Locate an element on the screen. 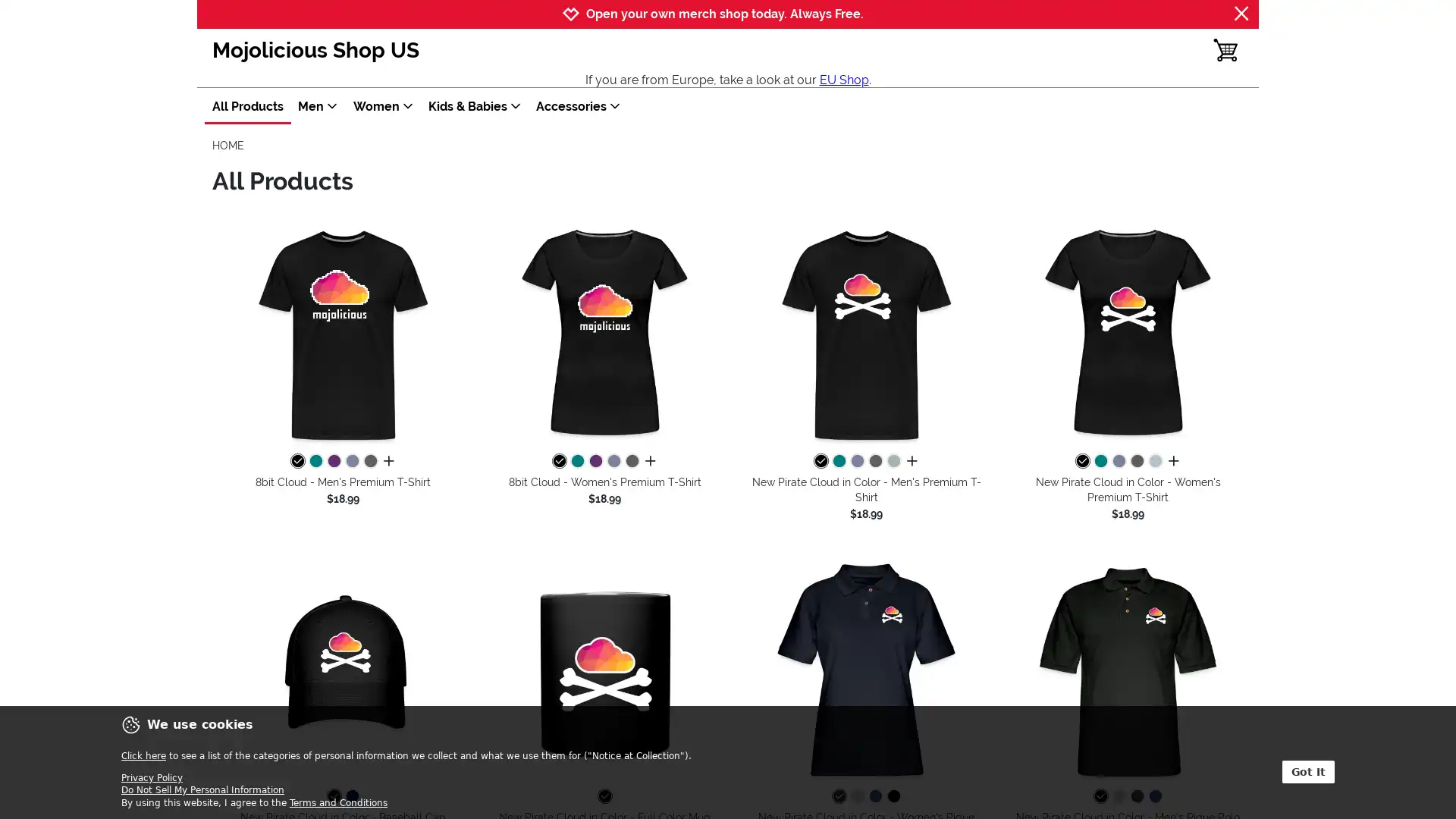 This screenshot has height=819, width=1456. midnight navy is located at coordinates (837, 796).